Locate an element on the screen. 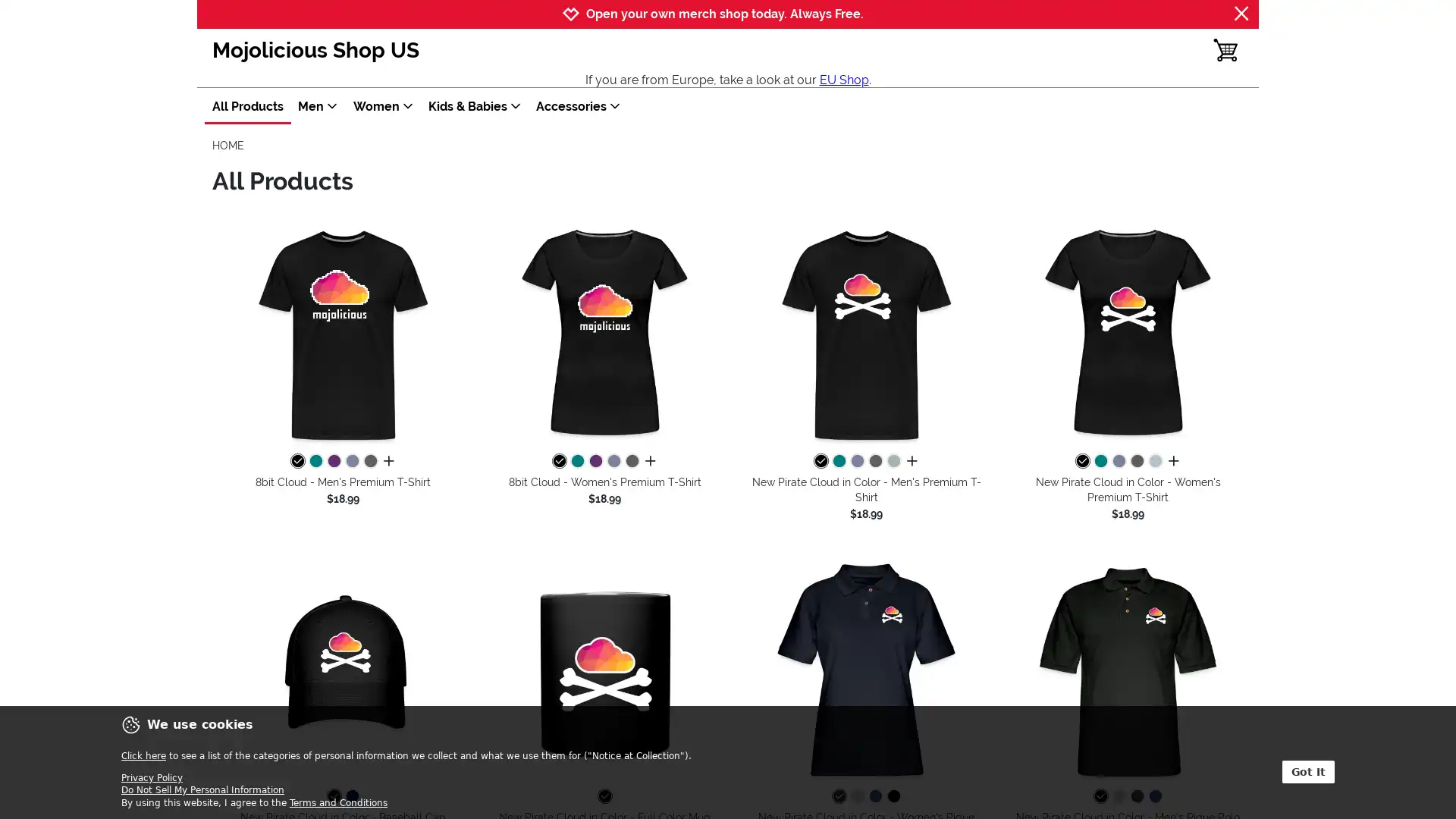 This screenshot has height=819, width=1456. midnight navy is located at coordinates (837, 796).